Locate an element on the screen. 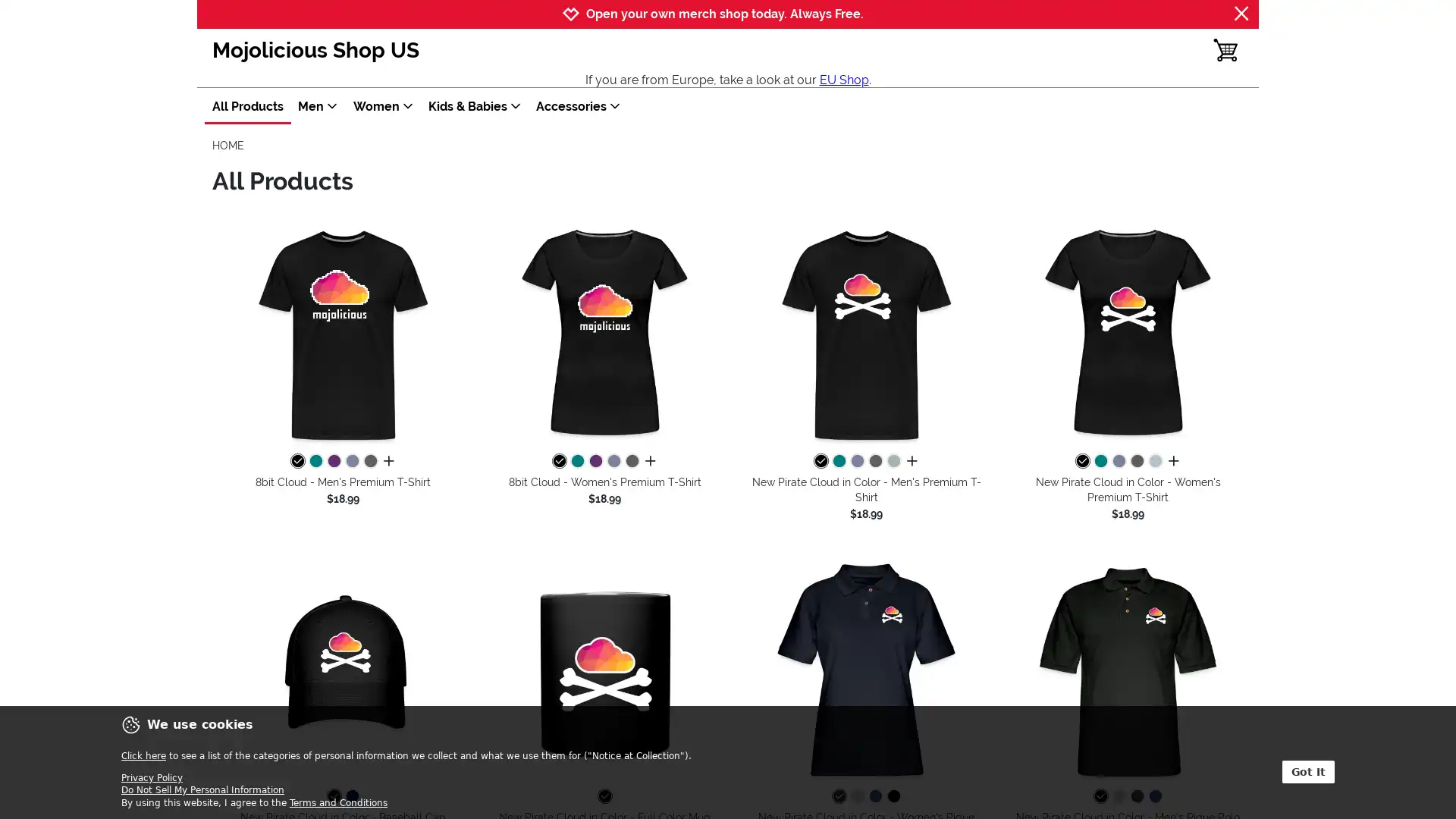 This screenshot has height=819, width=1456. midnight navy is located at coordinates (837, 796).